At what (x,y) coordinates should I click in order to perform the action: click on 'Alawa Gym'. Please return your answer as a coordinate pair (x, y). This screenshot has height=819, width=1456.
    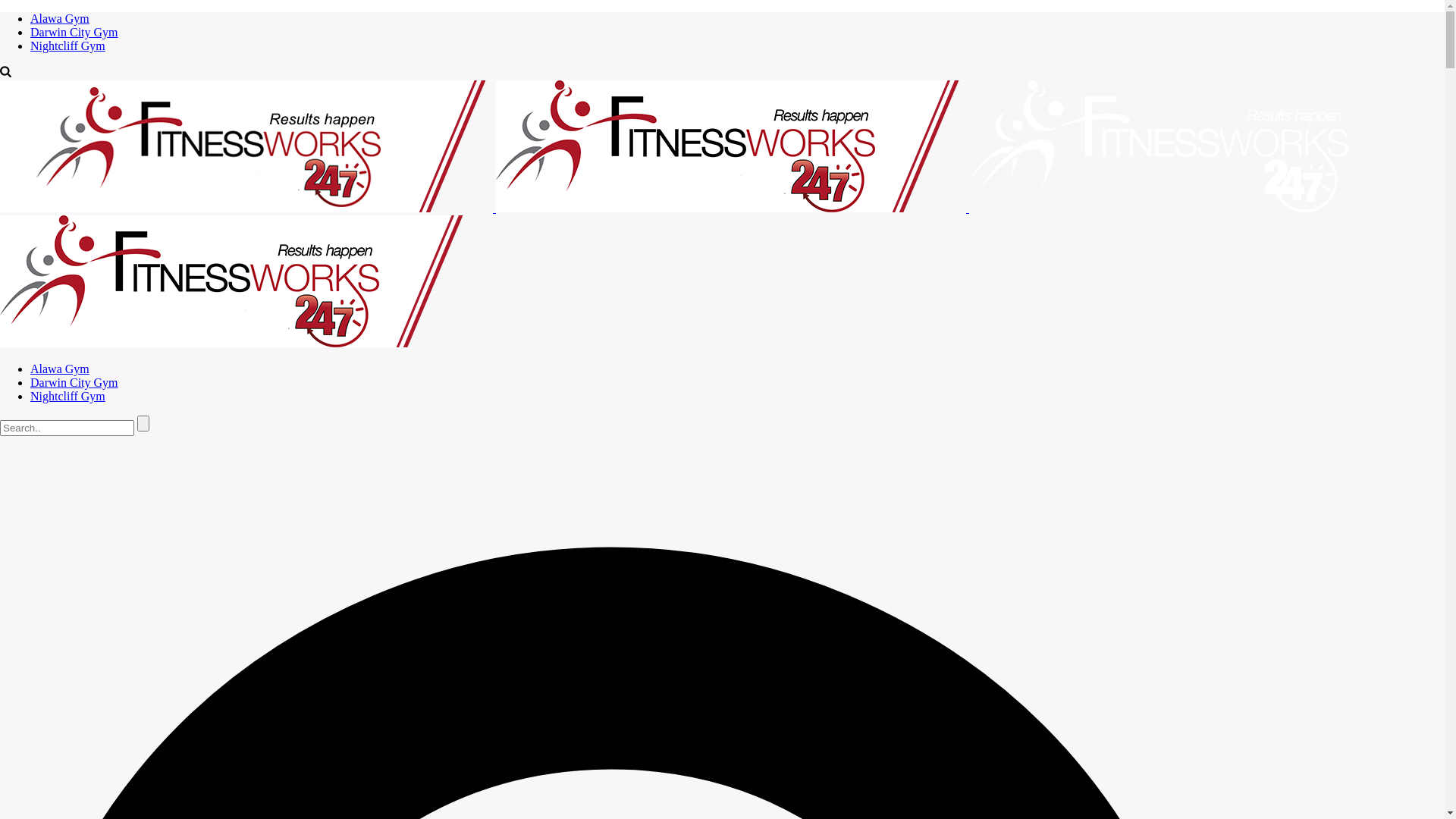
    Looking at the image, I should click on (59, 18).